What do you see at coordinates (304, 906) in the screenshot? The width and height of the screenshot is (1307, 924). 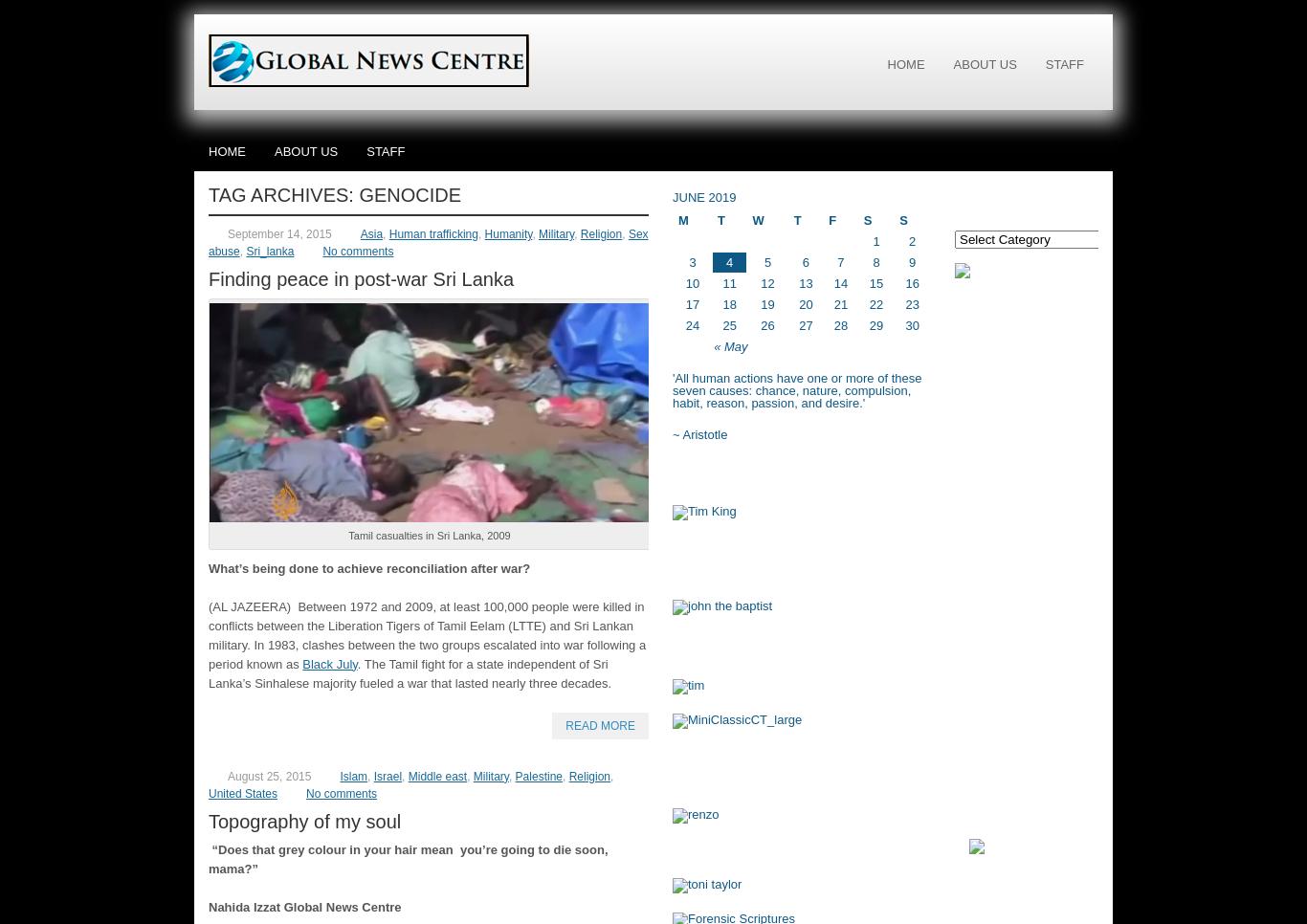 I see `'Nahida Izzat Global News Centre'` at bounding box center [304, 906].